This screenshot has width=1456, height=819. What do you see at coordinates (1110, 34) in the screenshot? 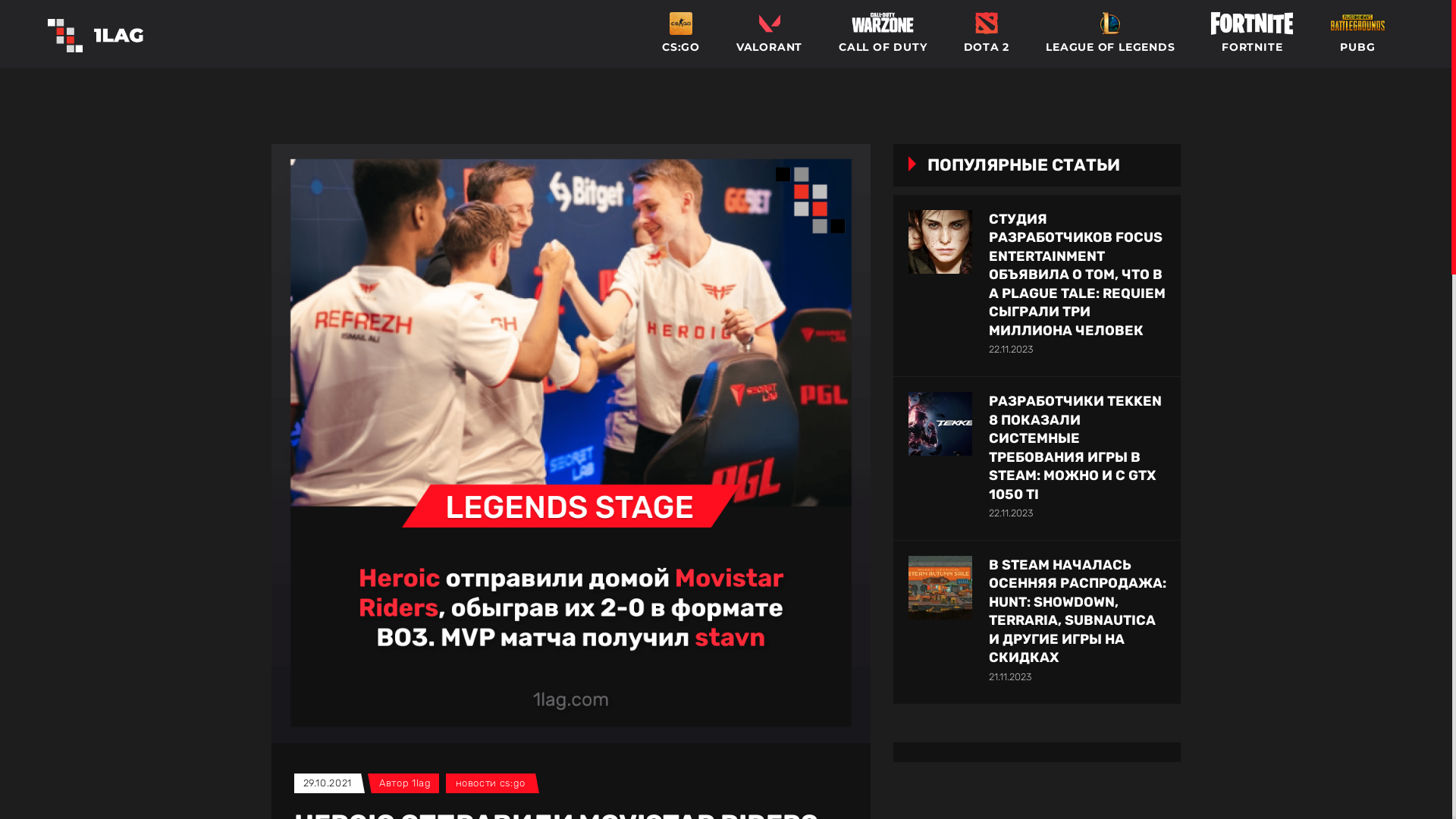
I see `'LEAGUE OF LEGENDS'` at bounding box center [1110, 34].